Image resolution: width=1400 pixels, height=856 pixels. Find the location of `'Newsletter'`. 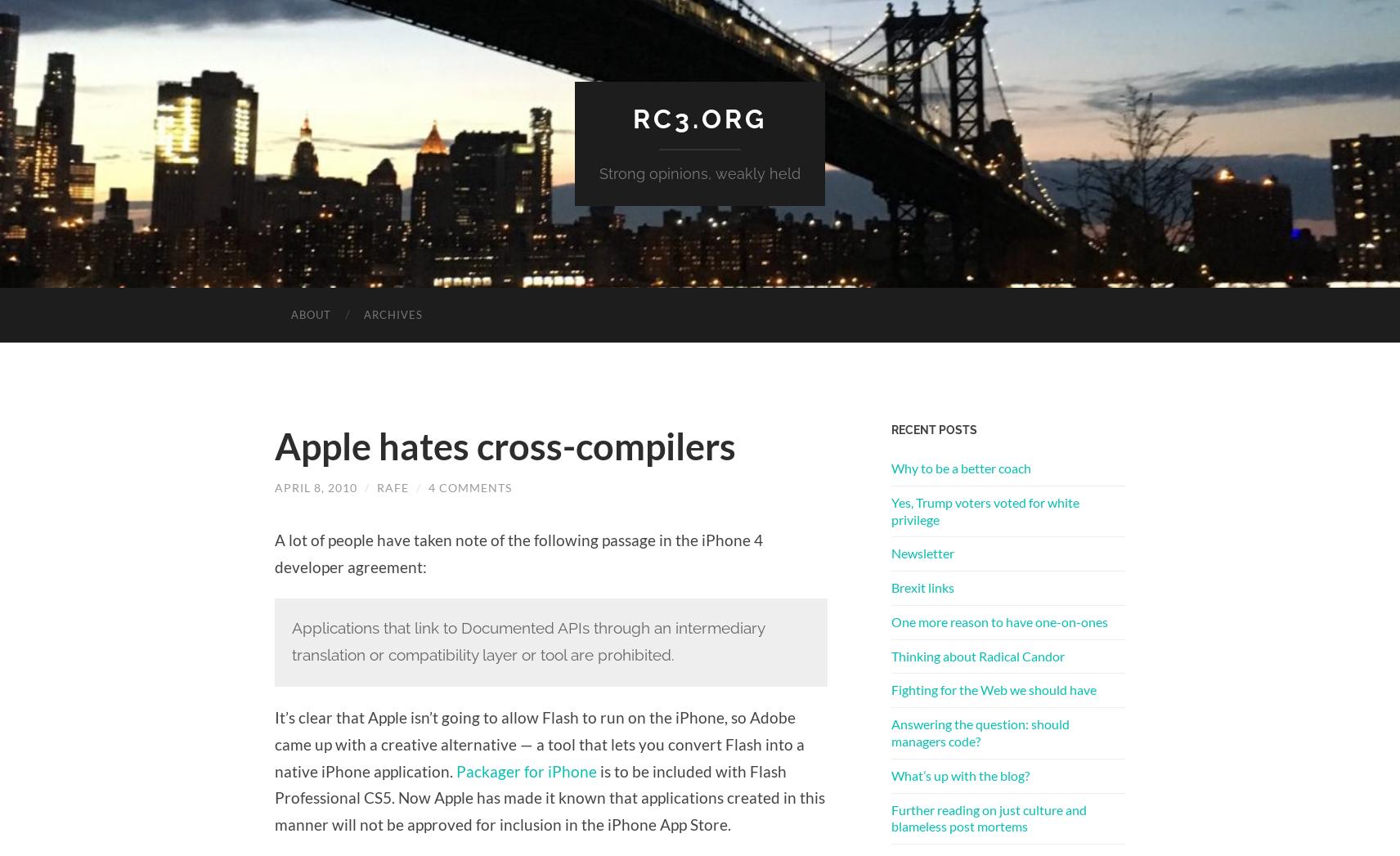

'Newsletter' is located at coordinates (922, 552).